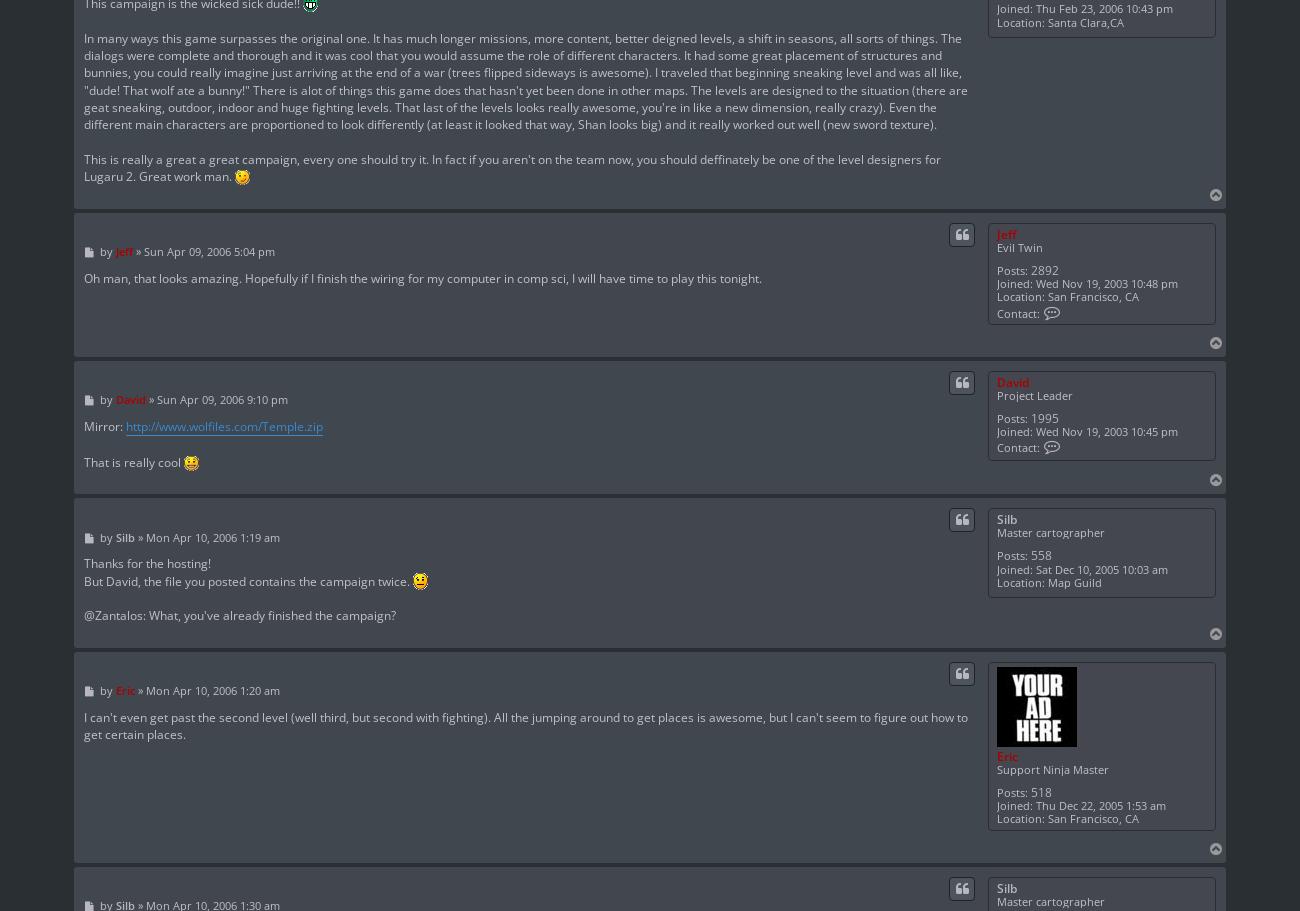 The image size is (1300, 911). Describe the element at coordinates (212, 689) in the screenshot. I see `'Mon Apr 10, 2006 1:20 am'` at that location.